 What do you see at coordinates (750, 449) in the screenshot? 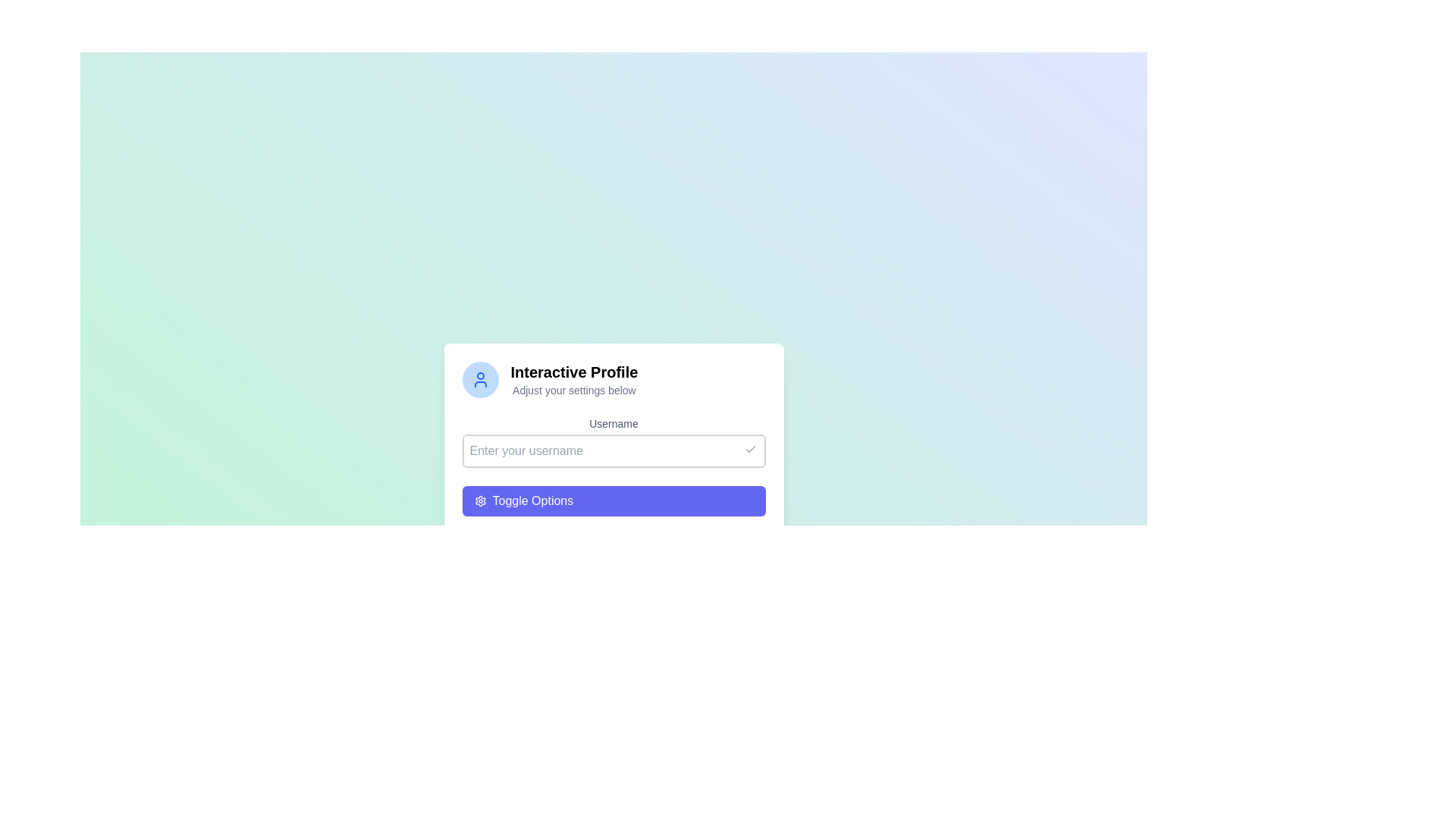
I see `the small gray checkmark SVG icon that is located to the right of the 'Username' input field` at bounding box center [750, 449].